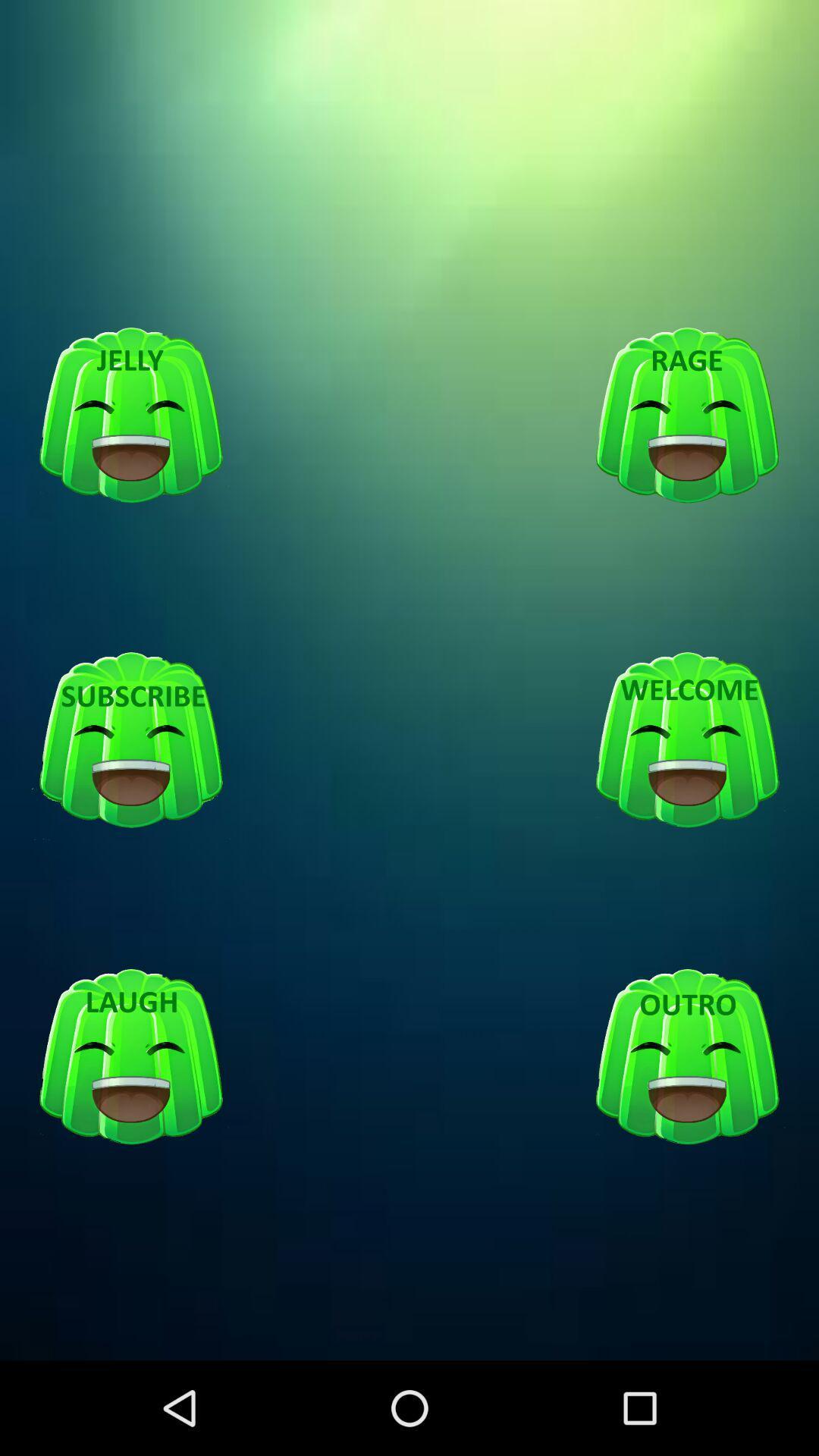 The height and width of the screenshot is (1456, 819). What do you see at coordinates (687, 1057) in the screenshot?
I see `the icon at the bottom right corner` at bounding box center [687, 1057].